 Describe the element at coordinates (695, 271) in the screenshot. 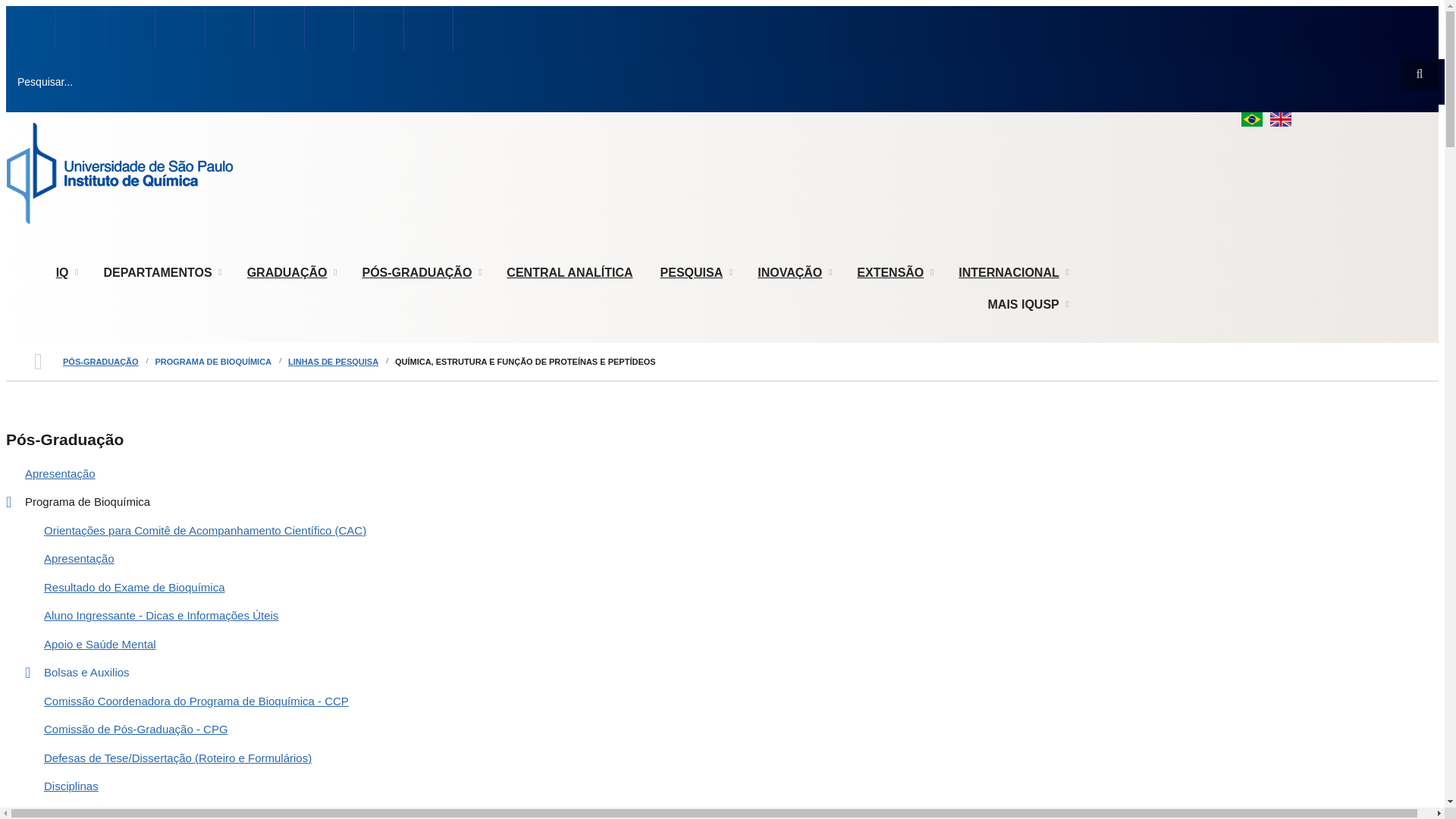

I see `'PESQUISA'` at that location.